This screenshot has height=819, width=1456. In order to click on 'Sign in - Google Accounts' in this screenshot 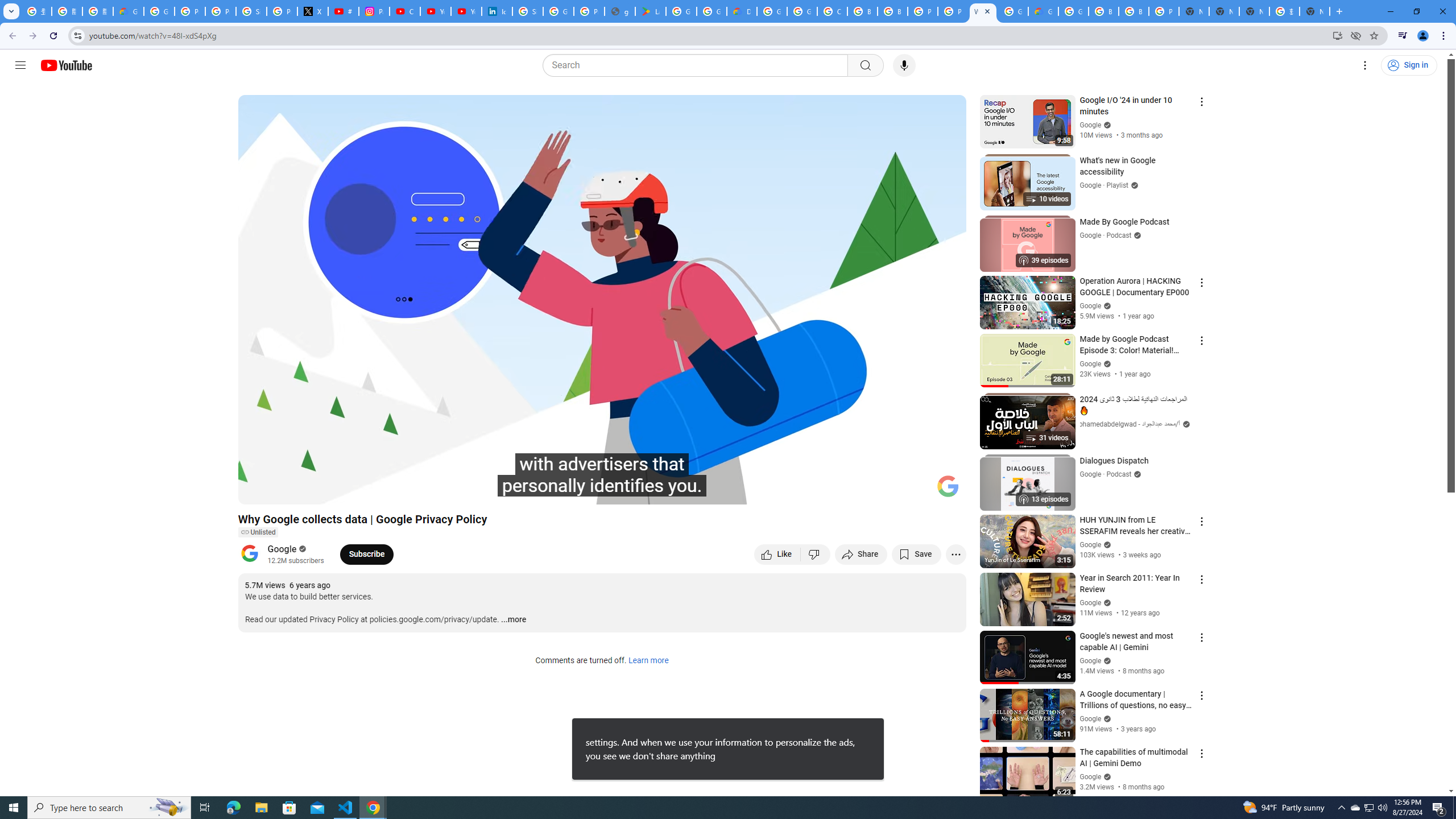, I will do `click(251, 11)`.